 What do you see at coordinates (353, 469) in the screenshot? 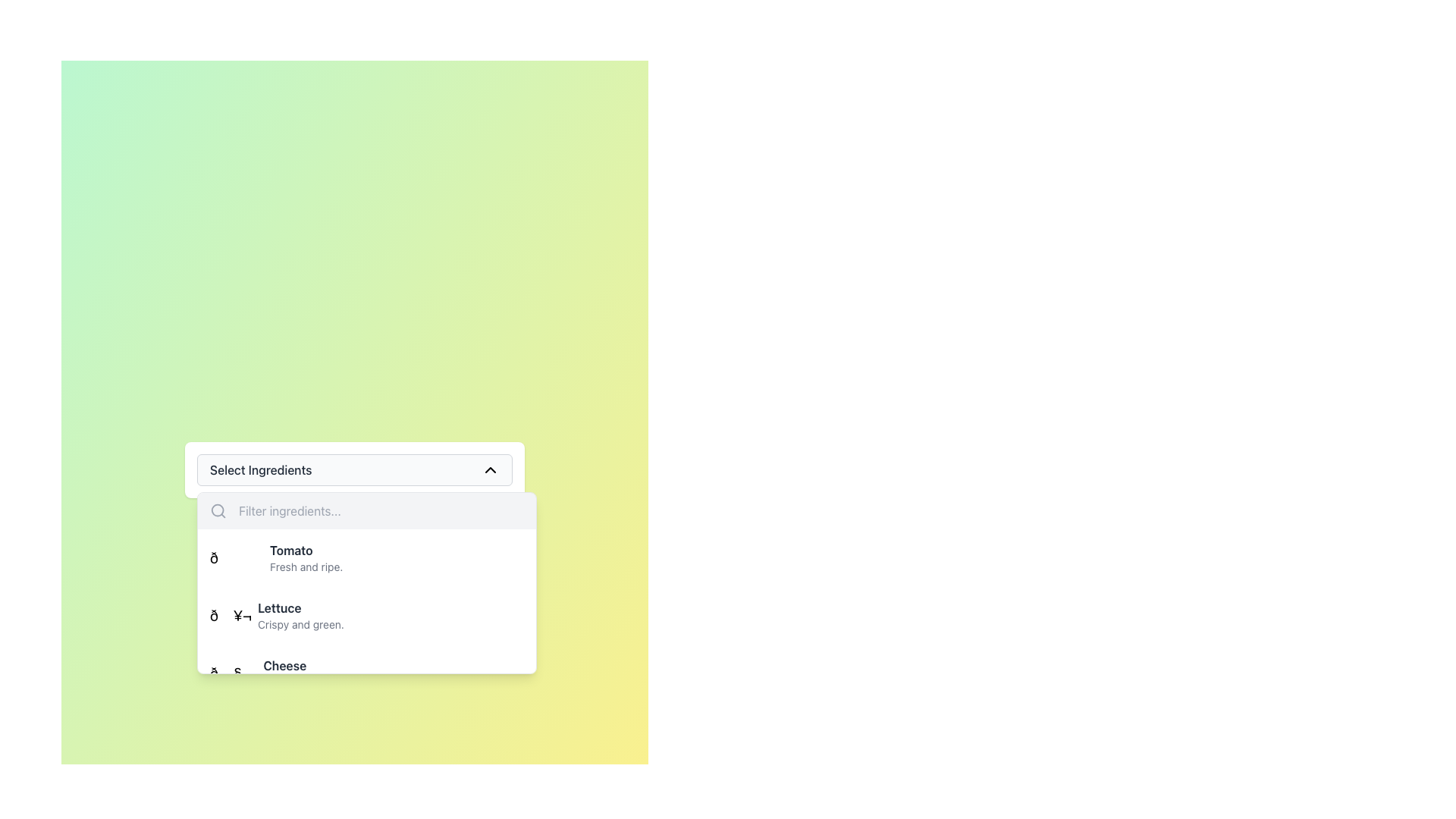
I see `the 'Select Ingredients' dropdown button with a white background and rounded corners` at bounding box center [353, 469].